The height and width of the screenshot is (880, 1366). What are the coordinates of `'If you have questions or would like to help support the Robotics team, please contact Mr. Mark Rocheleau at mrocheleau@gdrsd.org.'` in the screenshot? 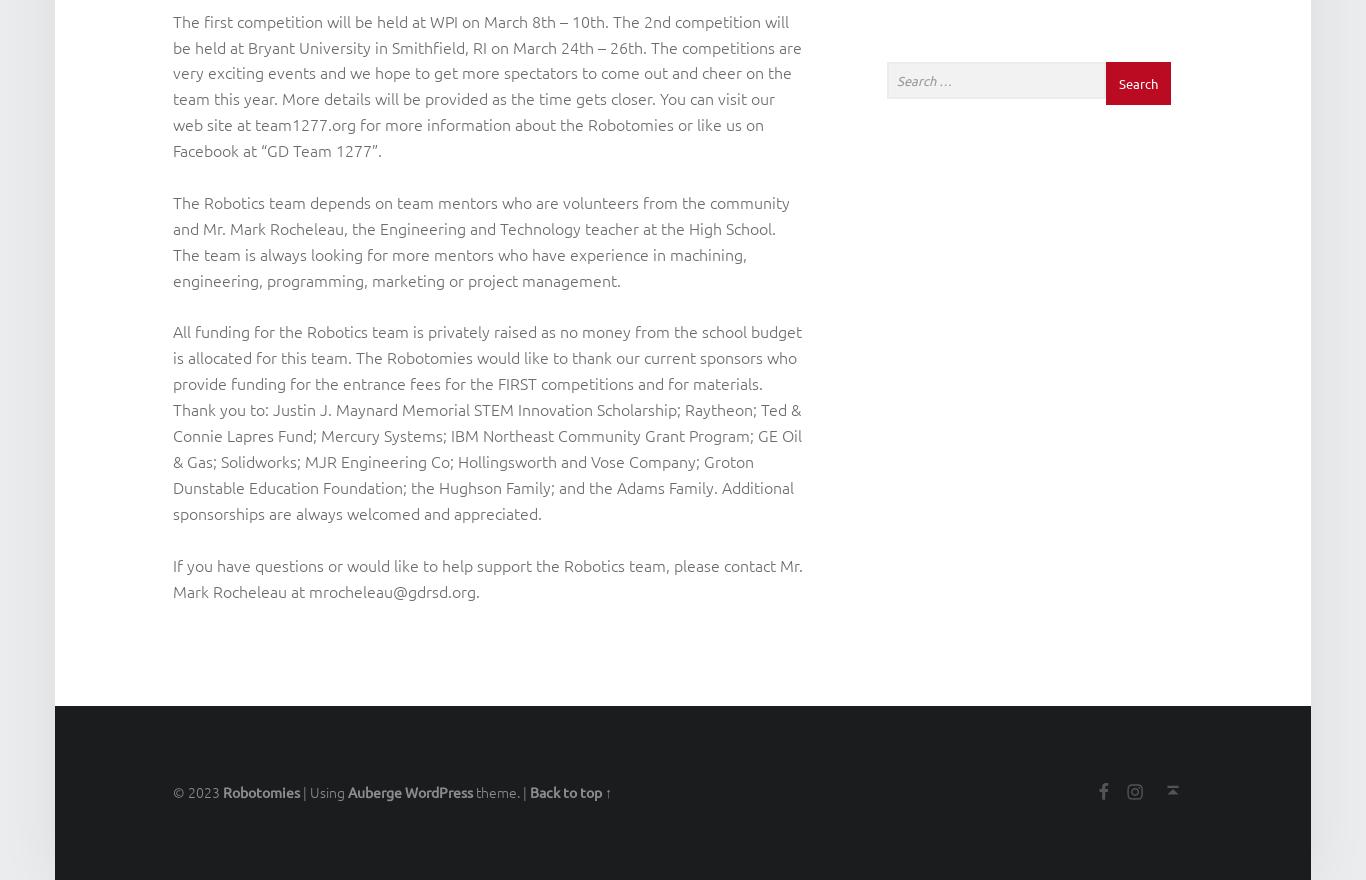 It's located at (487, 577).